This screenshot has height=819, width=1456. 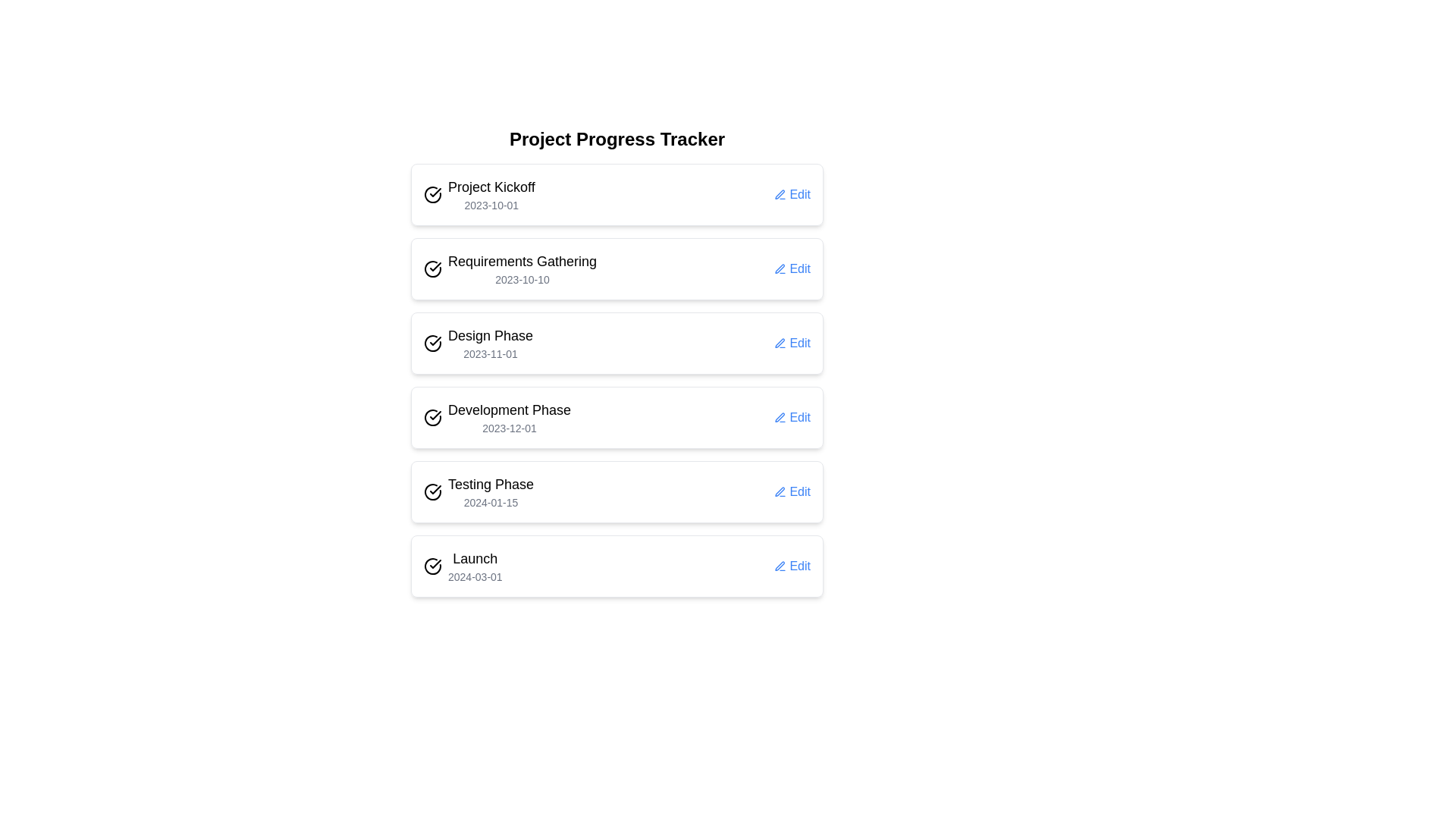 What do you see at coordinates (522, 268) in the screenshot?
I see `the composite textual label displaying 'Requirements Gathering' in the Project Progress Tracker, which is the second item in the list` at bounding box center [522, 268].